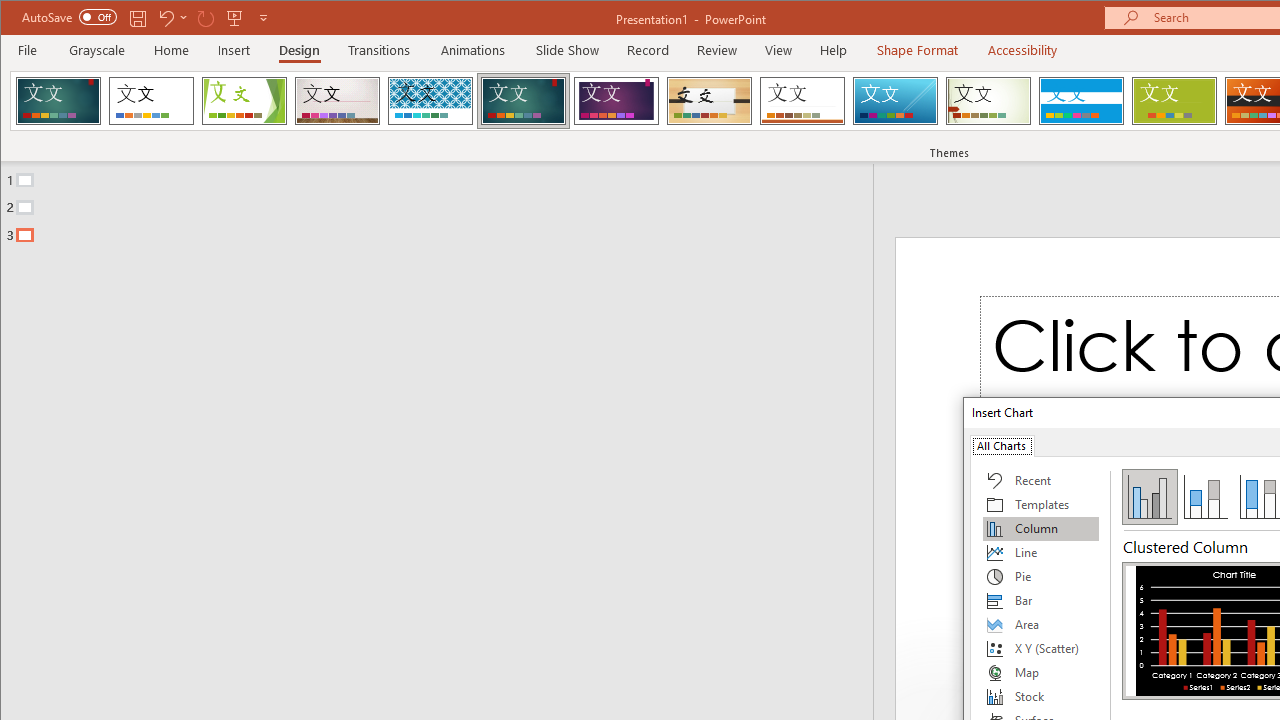 Image resolution: width=1280 pixels, height=720 pixels. Describe the element at coordinates (96, 49) in the screenshot. I see `'Grayscale'` at that location.